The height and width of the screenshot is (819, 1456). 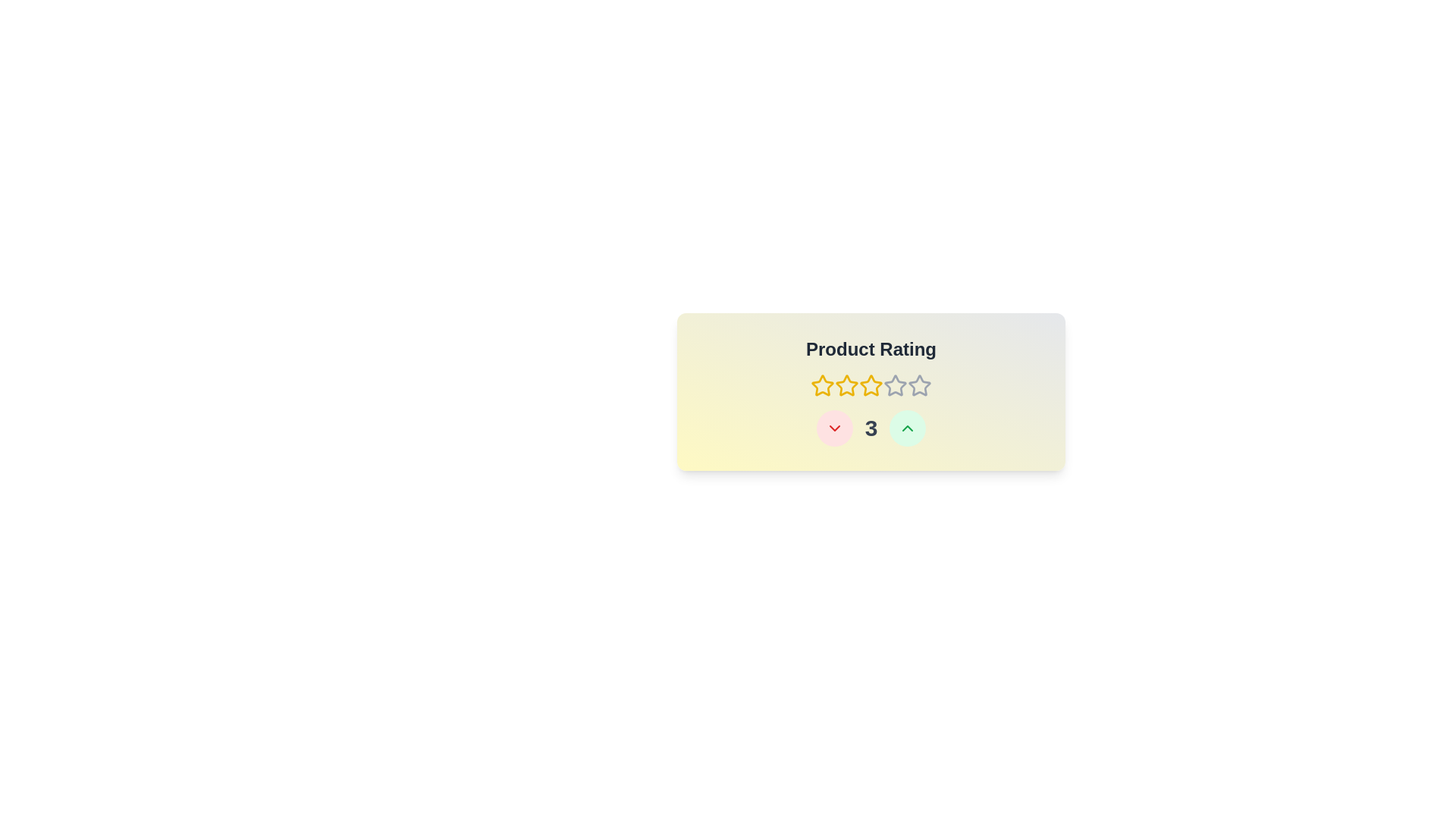 I want to click on the fourth star icon in the product rating section which allows users to assign a rating, so click(x=871, y=385).